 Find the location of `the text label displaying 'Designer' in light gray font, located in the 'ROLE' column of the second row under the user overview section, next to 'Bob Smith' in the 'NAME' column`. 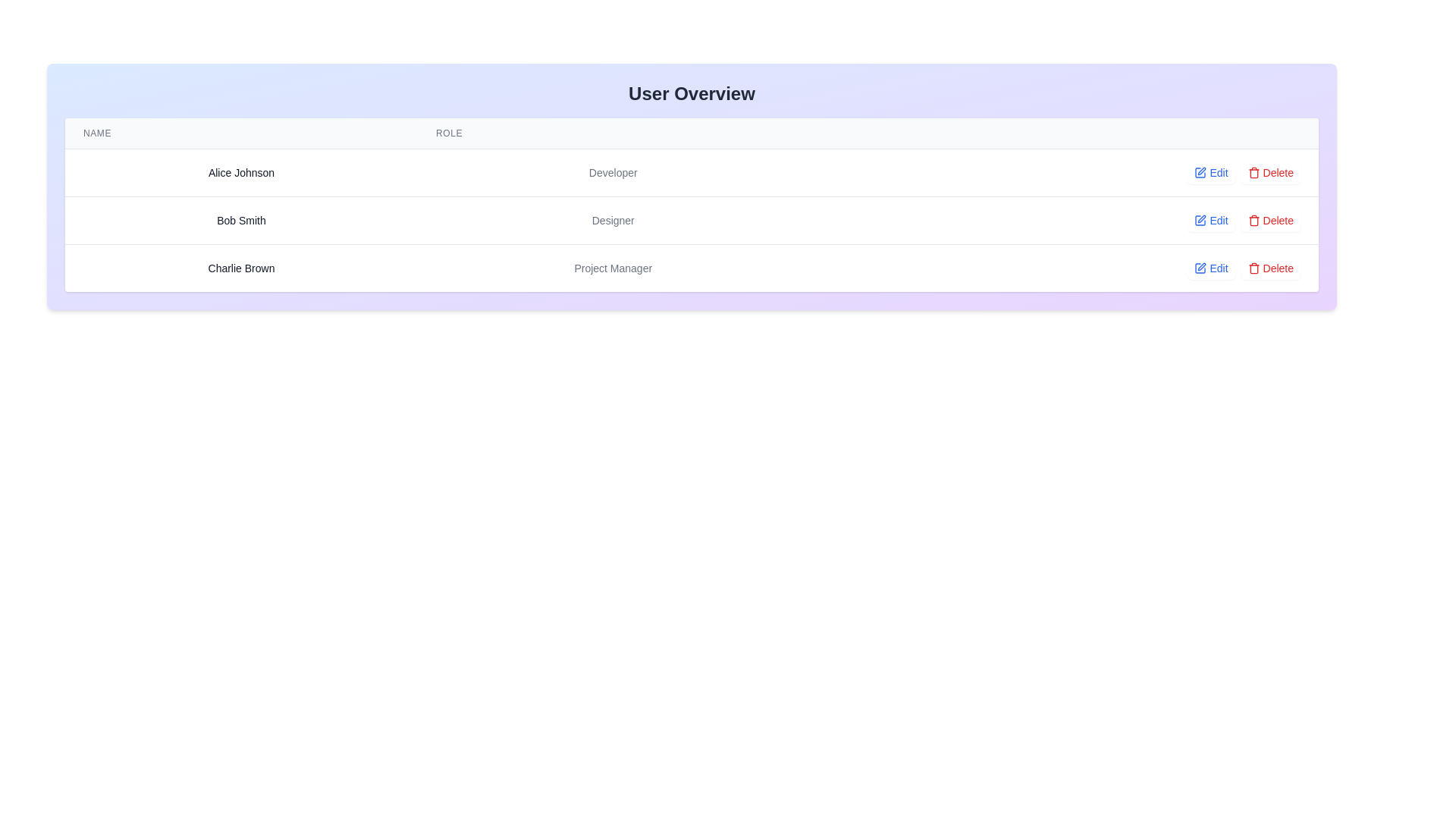

the text label displaying 'Designer' in light gray font, located in the 'ROLE' column of the second row under the user overview section, next to 'Bob Smith' in the 'NAME' column is located at coordinates (613, 220).